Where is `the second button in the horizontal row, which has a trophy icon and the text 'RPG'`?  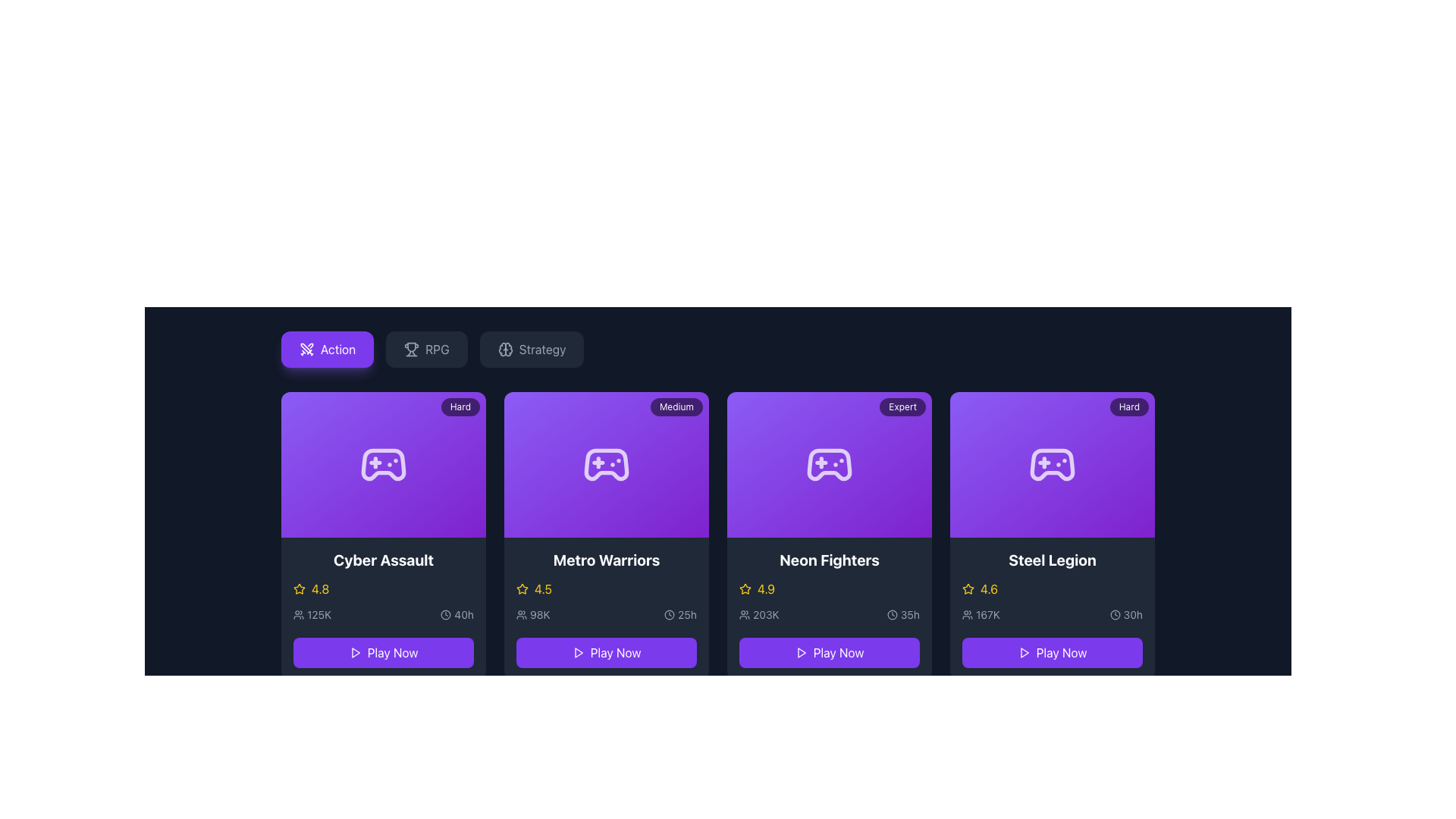 the second button in the horizontal row, which has a trophy icon and the text 'RPG' is located at coordinates (425, 350).